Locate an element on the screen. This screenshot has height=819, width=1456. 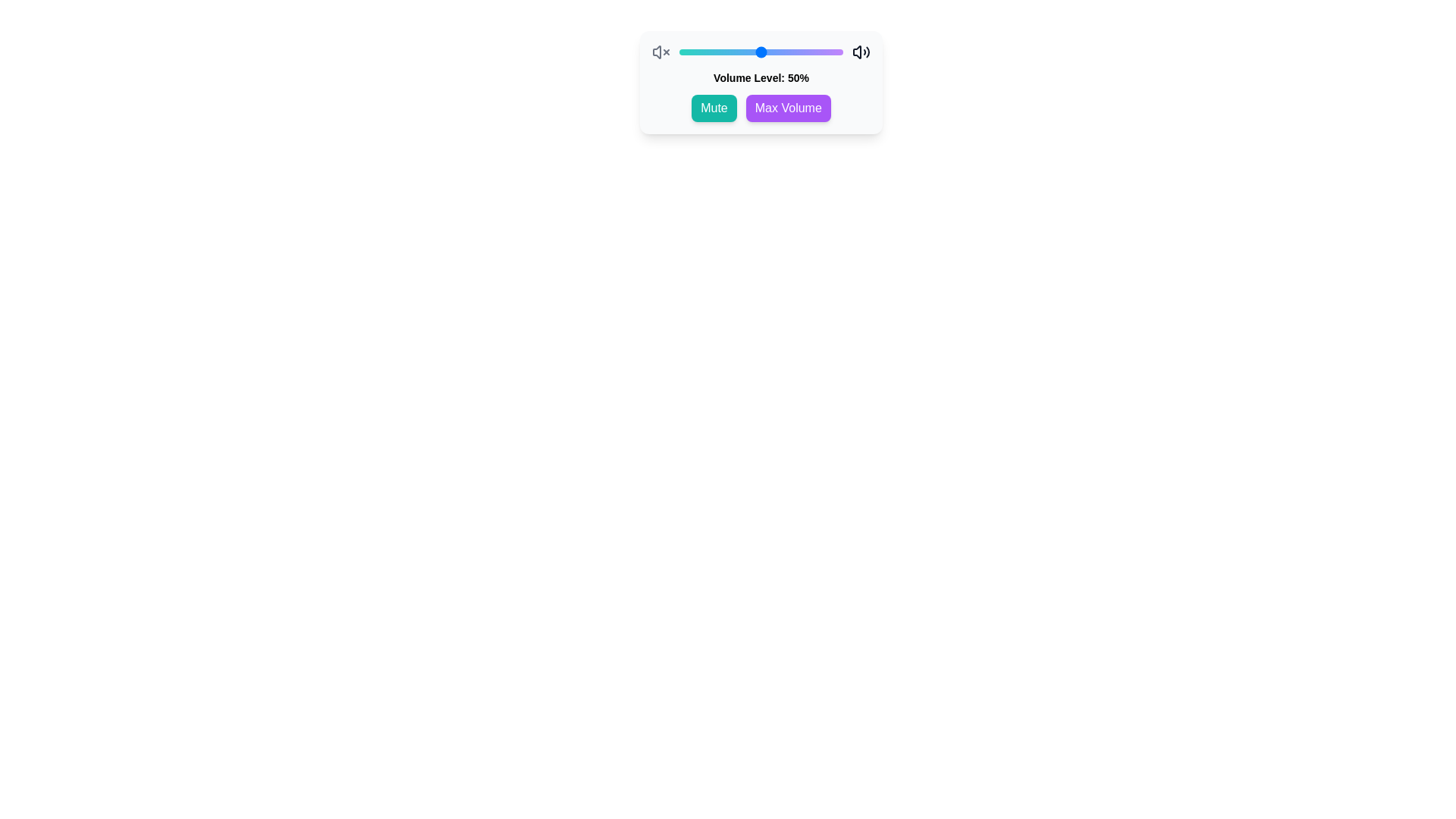
'Max Volume' button to set the volume to the maximum level is located at coordinates (788, 107).